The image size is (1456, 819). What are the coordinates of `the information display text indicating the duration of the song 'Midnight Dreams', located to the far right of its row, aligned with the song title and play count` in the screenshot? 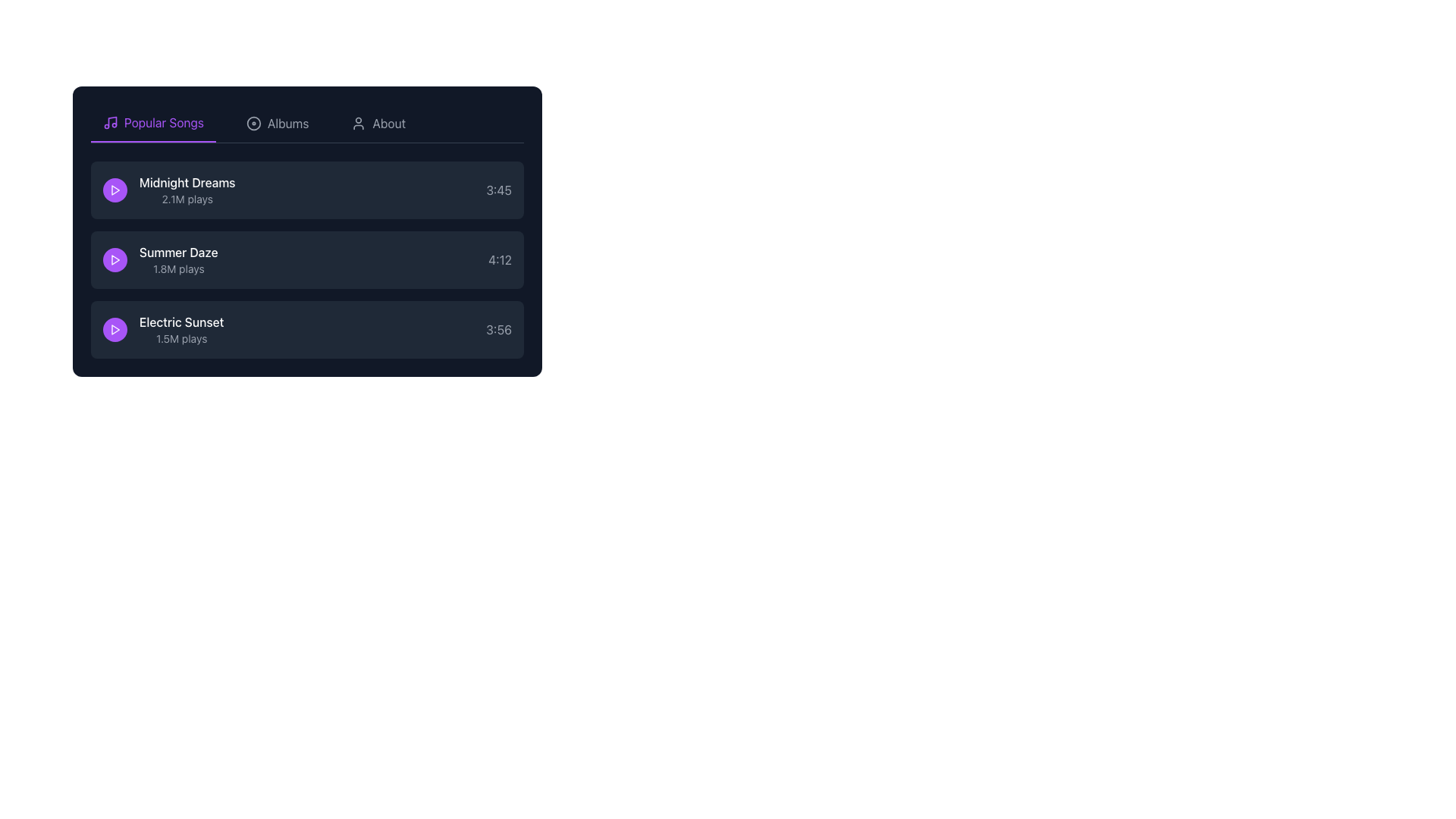 It's located at (499, 189).